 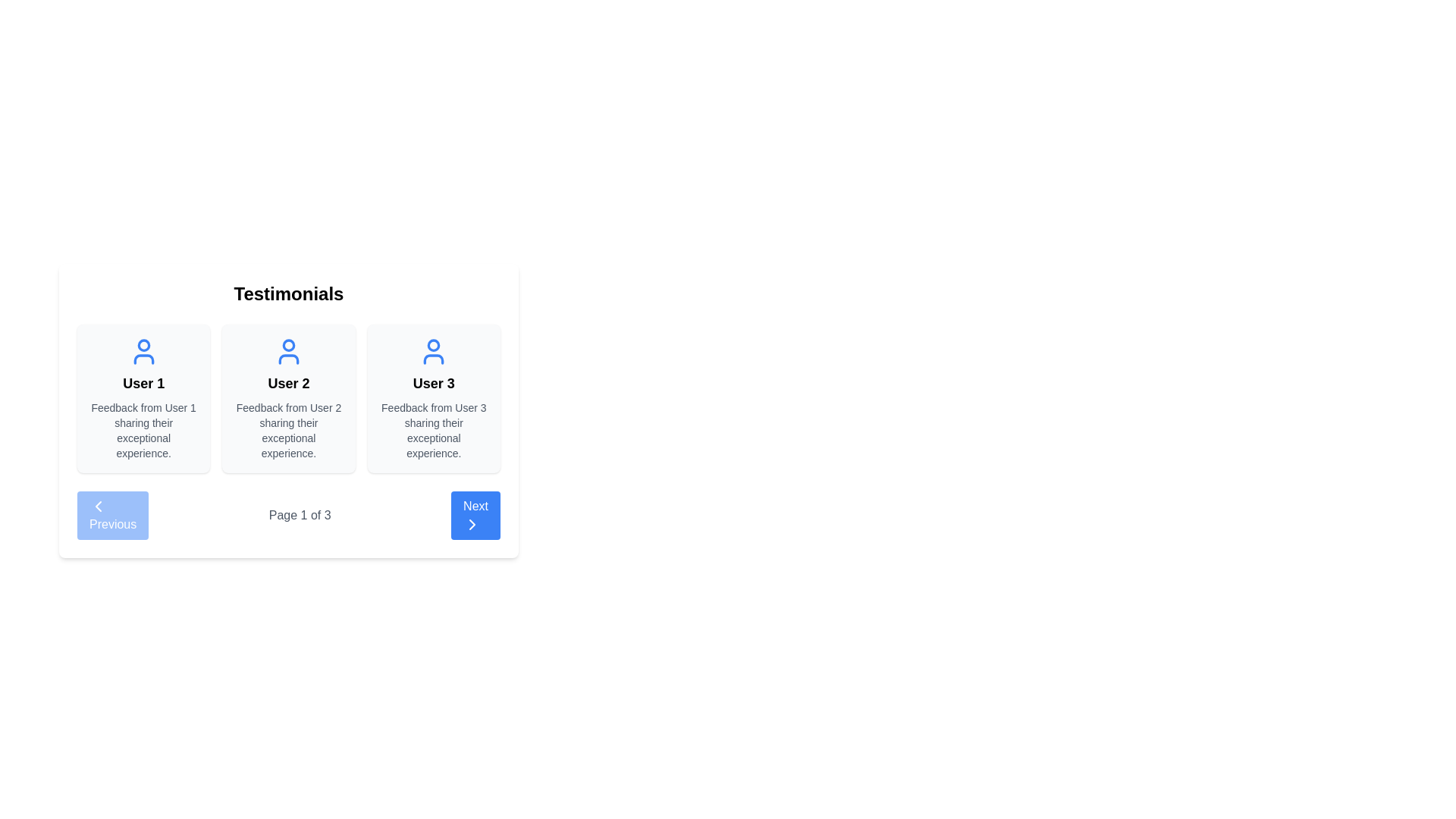 I want to click on the button located at the bottom-right corner of the navigation interface, so click(x=475, y=514).